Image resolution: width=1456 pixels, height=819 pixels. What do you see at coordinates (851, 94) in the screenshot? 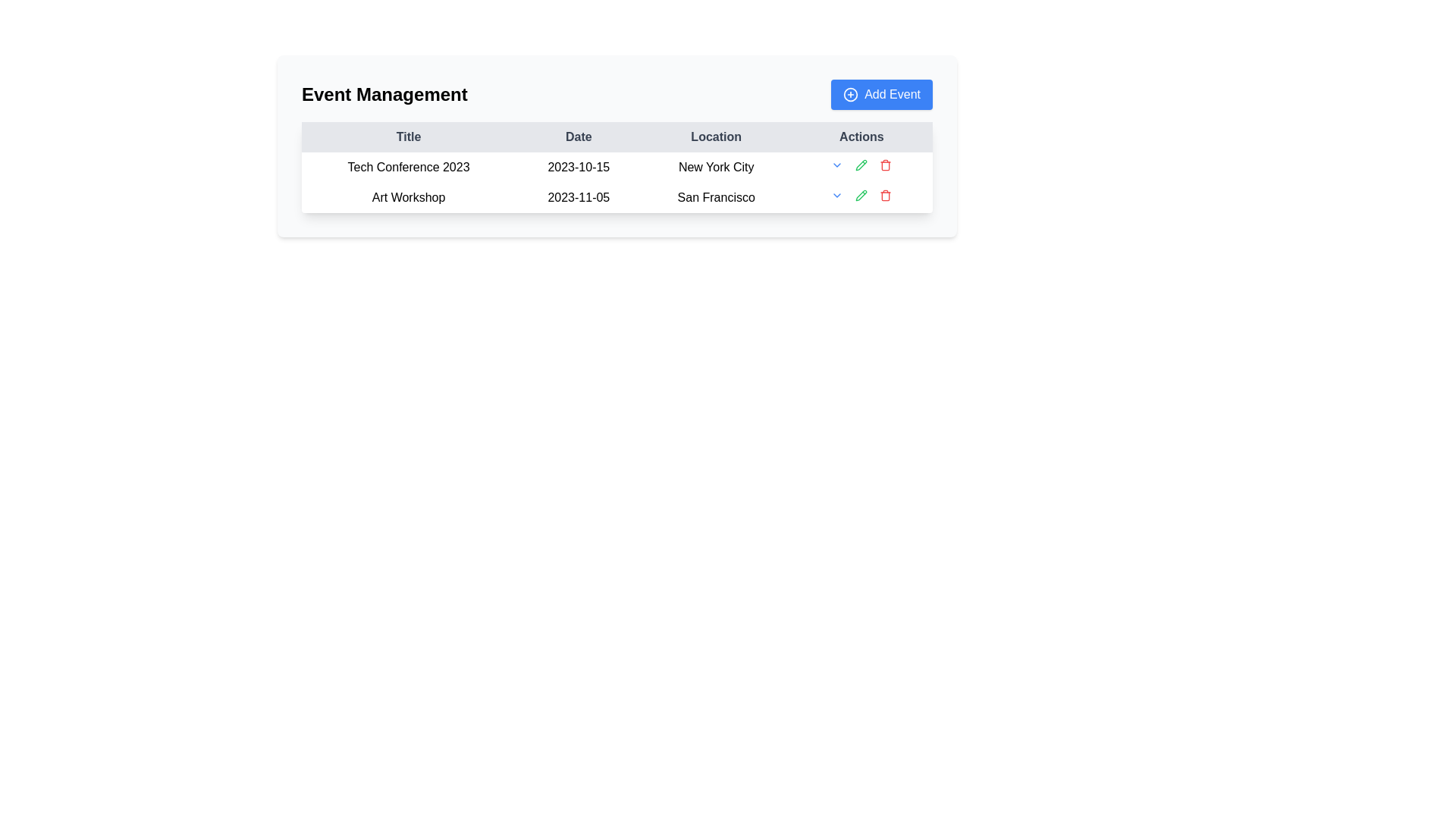
I see `the 'Add' icon located to the left of the 'Add Event' text label` at bounding box center [851, 94].